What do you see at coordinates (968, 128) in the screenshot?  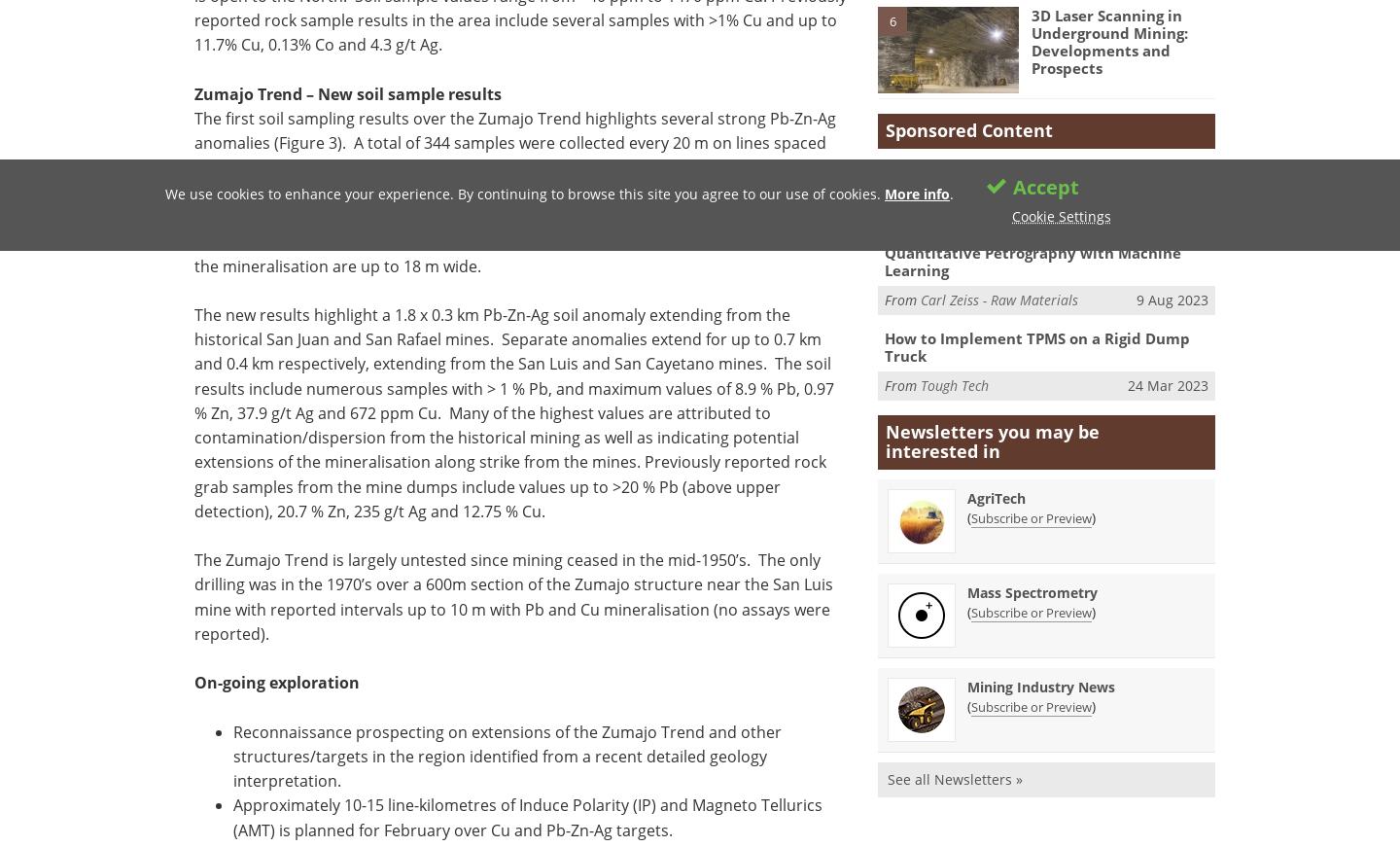 I see `'Sponsored Content'` at bounding box center [968, 128].